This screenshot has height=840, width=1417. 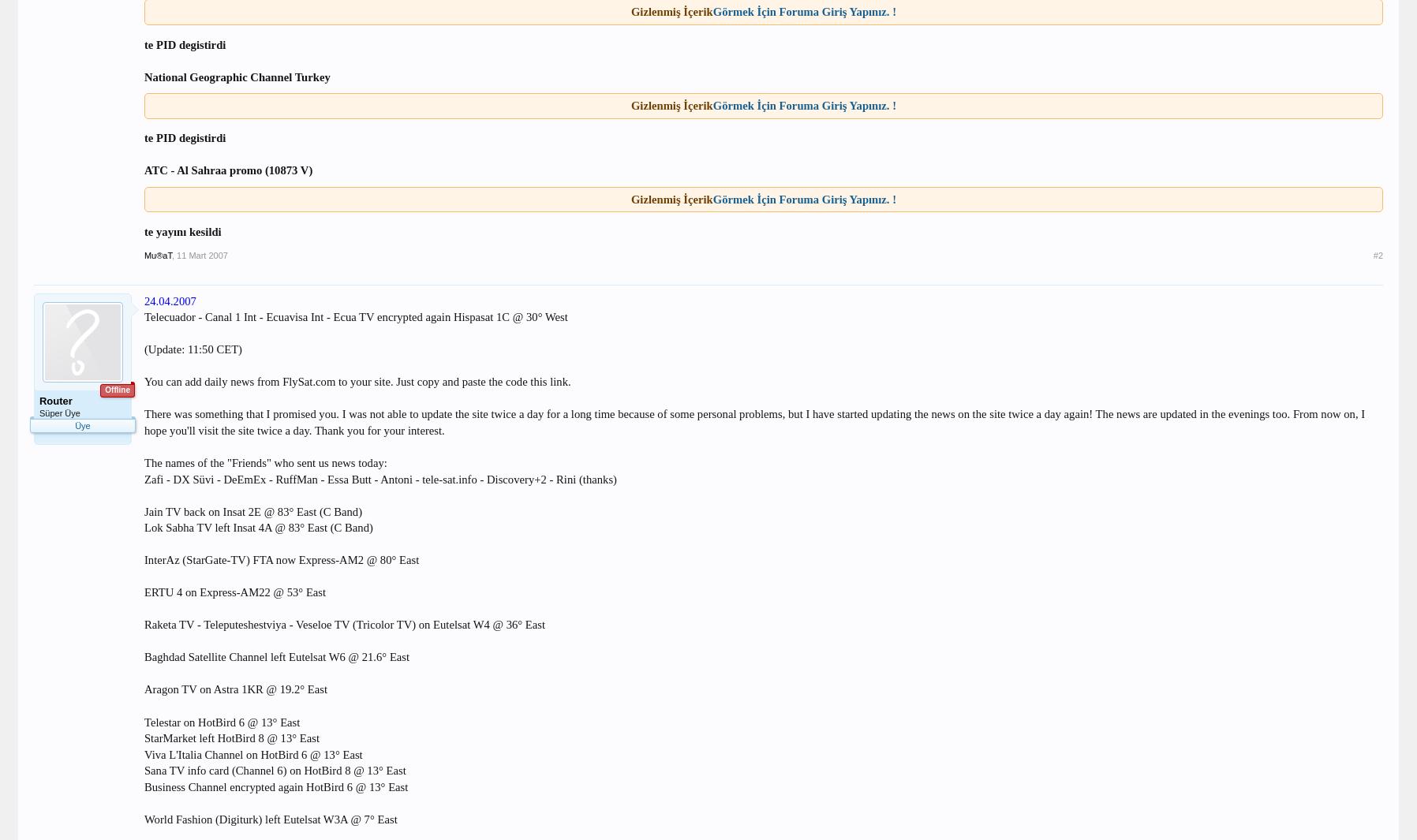 I want to click on 'StarMarket left HotBird 8 @ 13° East', so click(x=142, y=738).